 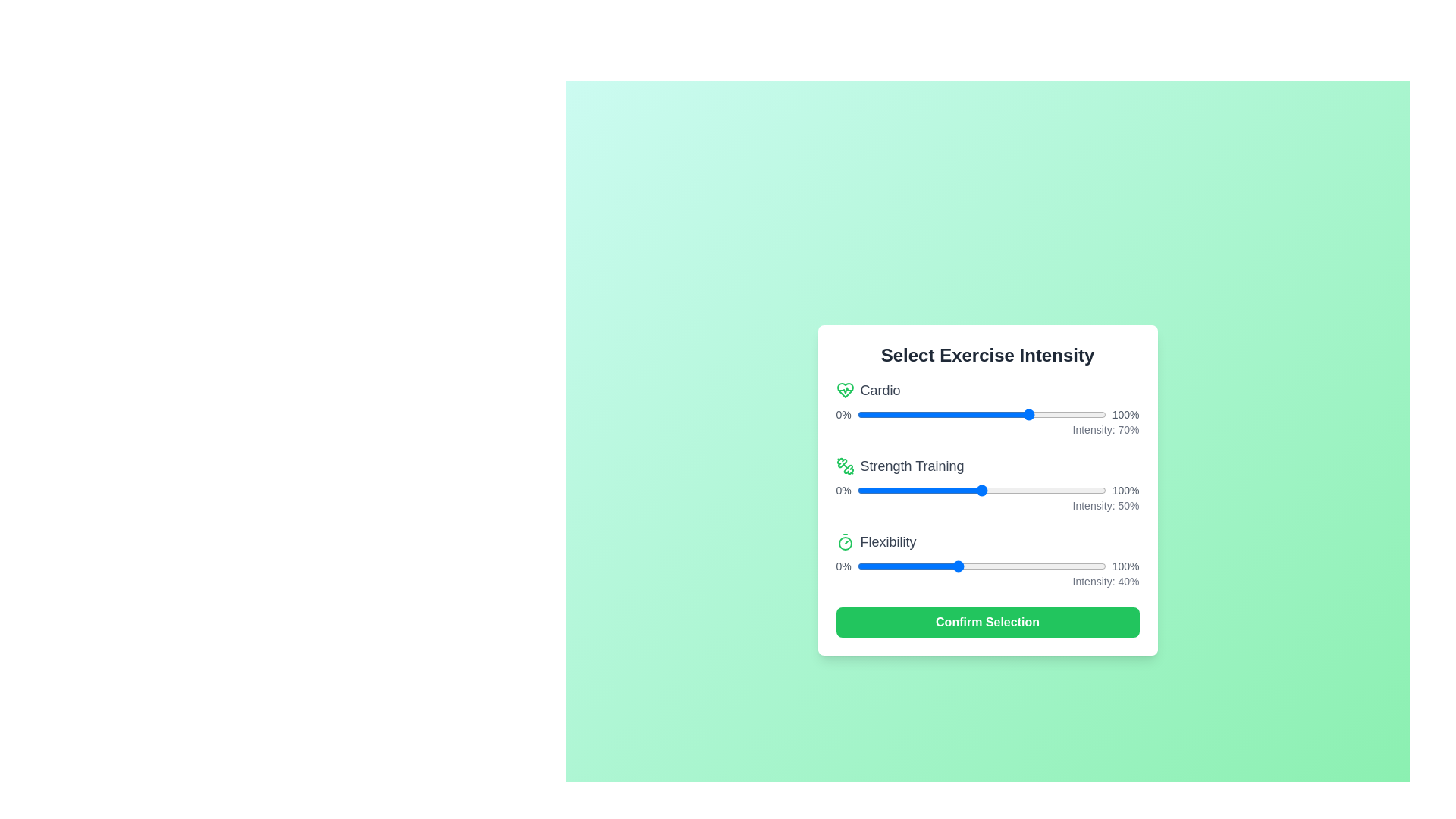 I want to click on the 0 slider to 60%, so click(x=1056, y=415).